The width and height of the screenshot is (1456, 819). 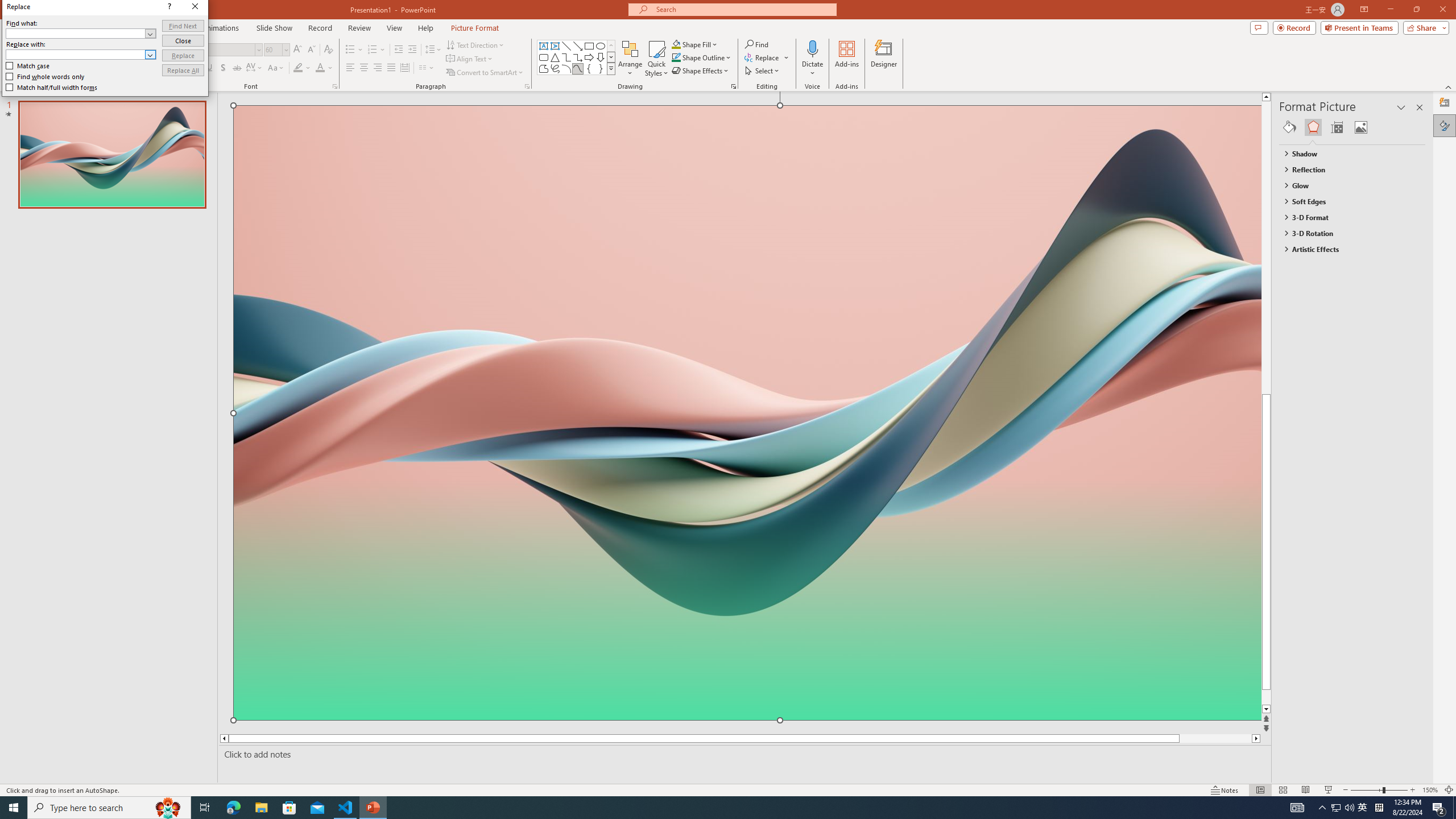 What do you see at coordinates (611, 68) in the screenshot?
I see `'Shapes'` at bounding box center [611, 68].